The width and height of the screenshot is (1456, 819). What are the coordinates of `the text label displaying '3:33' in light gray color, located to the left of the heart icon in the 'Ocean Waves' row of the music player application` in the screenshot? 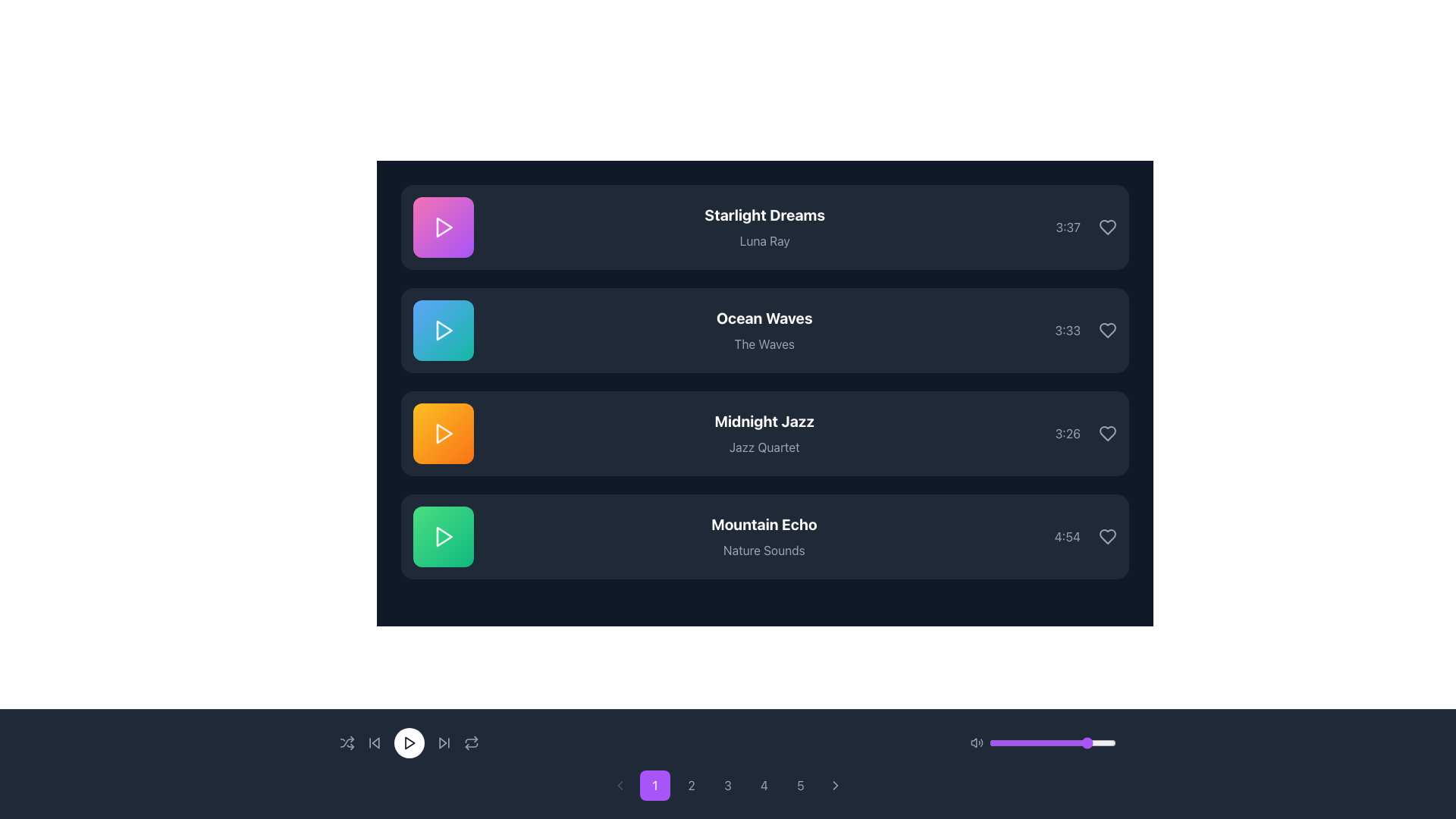 It's located at (1085, 329).